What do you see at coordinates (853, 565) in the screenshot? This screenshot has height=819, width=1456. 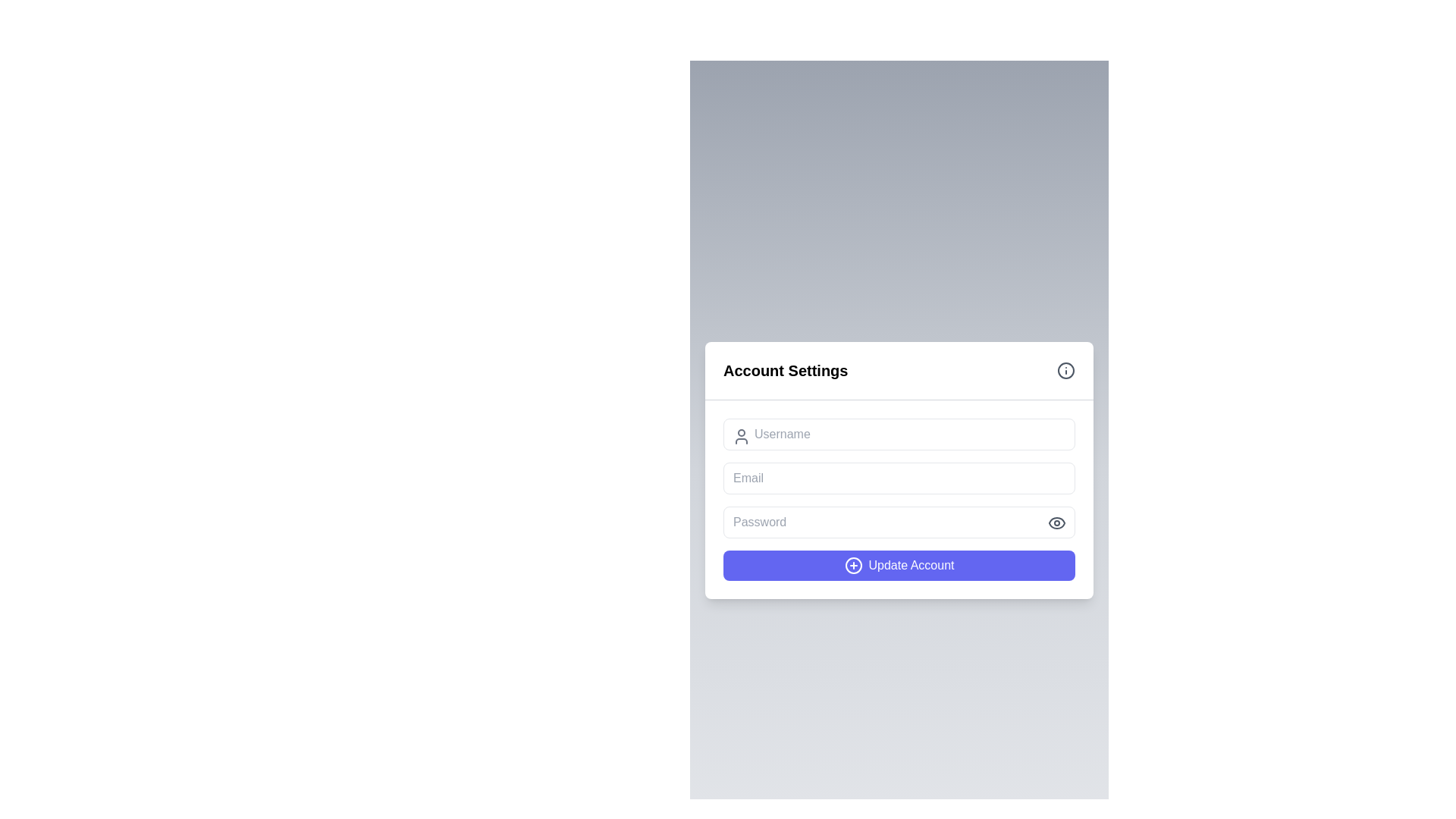 I see `the circular icon with a plus sign inside, located to the left of the text in the 'Update Account' button` at bounding box center [853, 565].